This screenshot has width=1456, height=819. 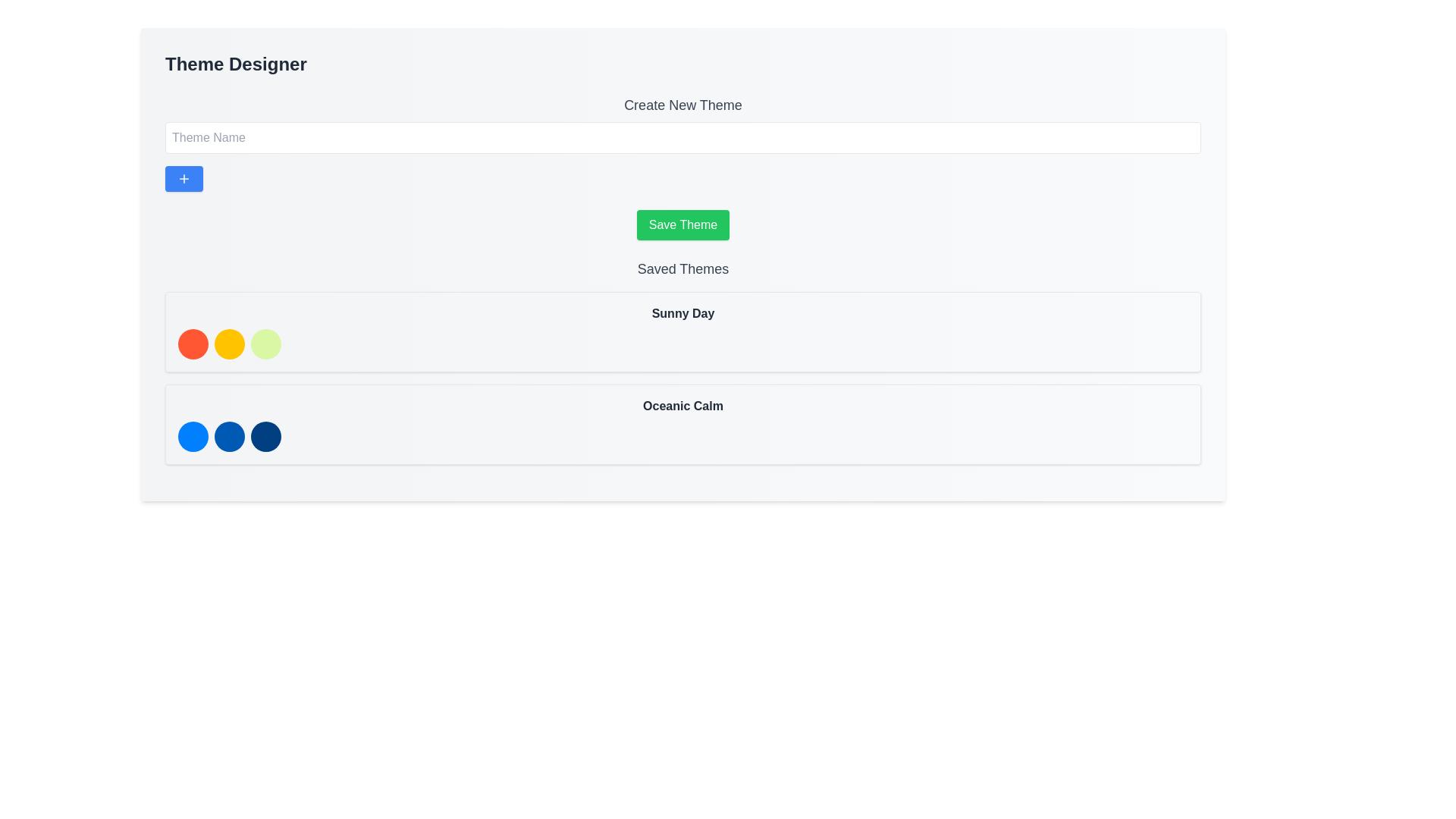 What do you see at coordinates (682, 268) in the screenshot?
I see `the non-interactive header Text Label that indicates the section for saved themes, located at the center above the themed blocks 'Sunny Day' and 'Oceanic Calm', and below the 'Save Theme' button` at bounding box center [682, 268].